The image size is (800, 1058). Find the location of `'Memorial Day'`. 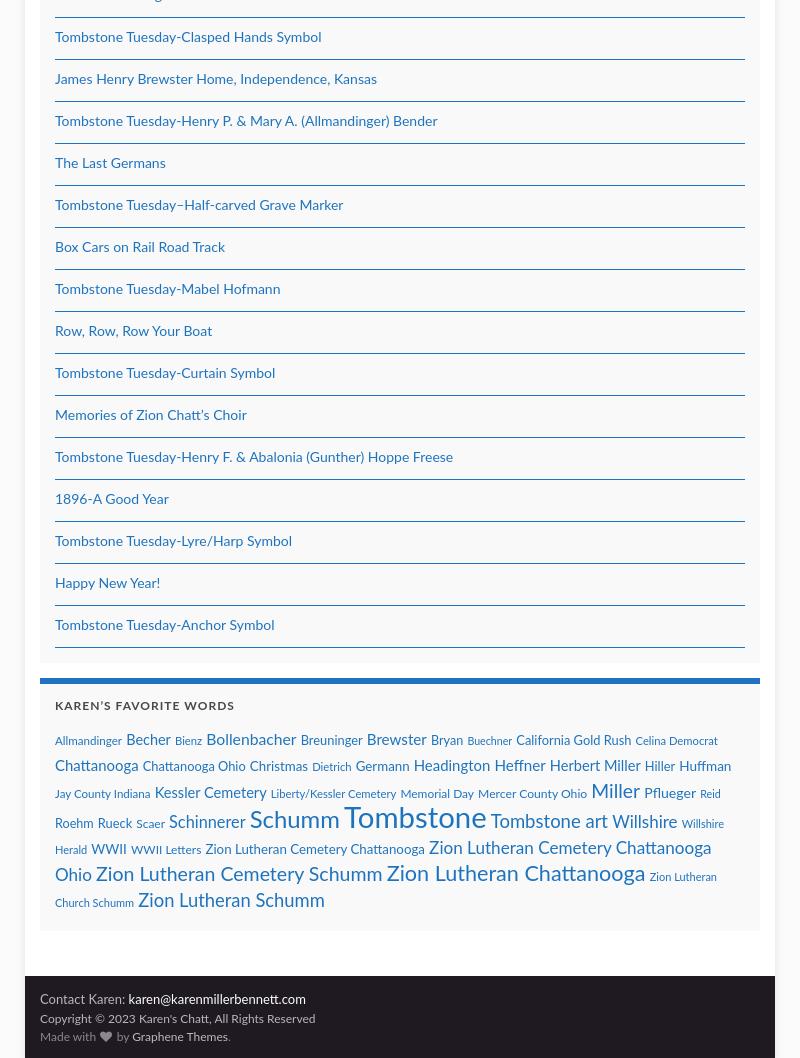

'Memorial Day' is located at coordinates (400, 794).